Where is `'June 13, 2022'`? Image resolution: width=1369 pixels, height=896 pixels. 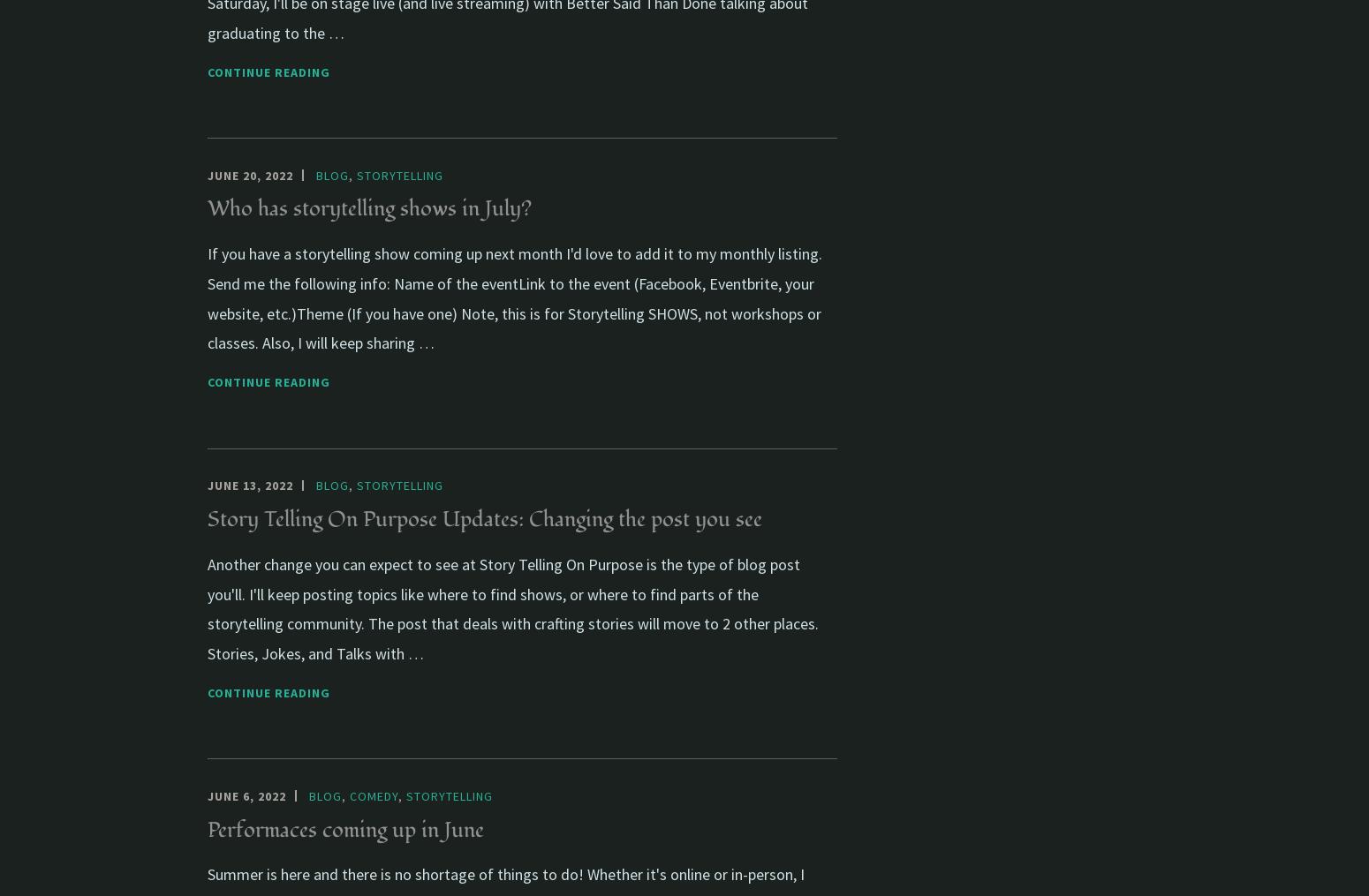 'June 13, 2022' is located at coordinates (207, 486).